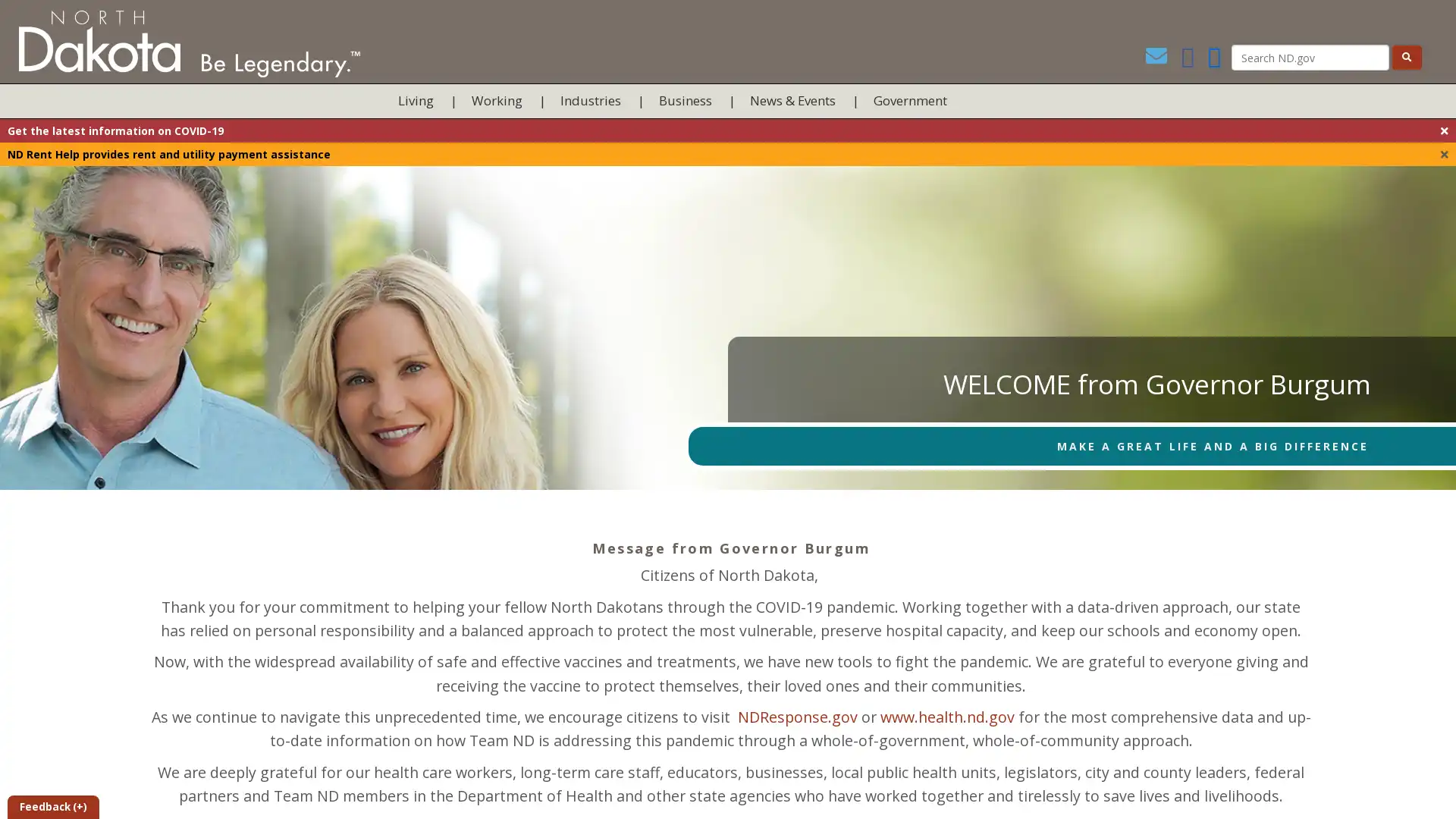 The width and height of the screenshot is (1456, 819). Describe the element at coordinates (1182, 58) in the screenshot. I see `Follow Us on Facebook` at that location.